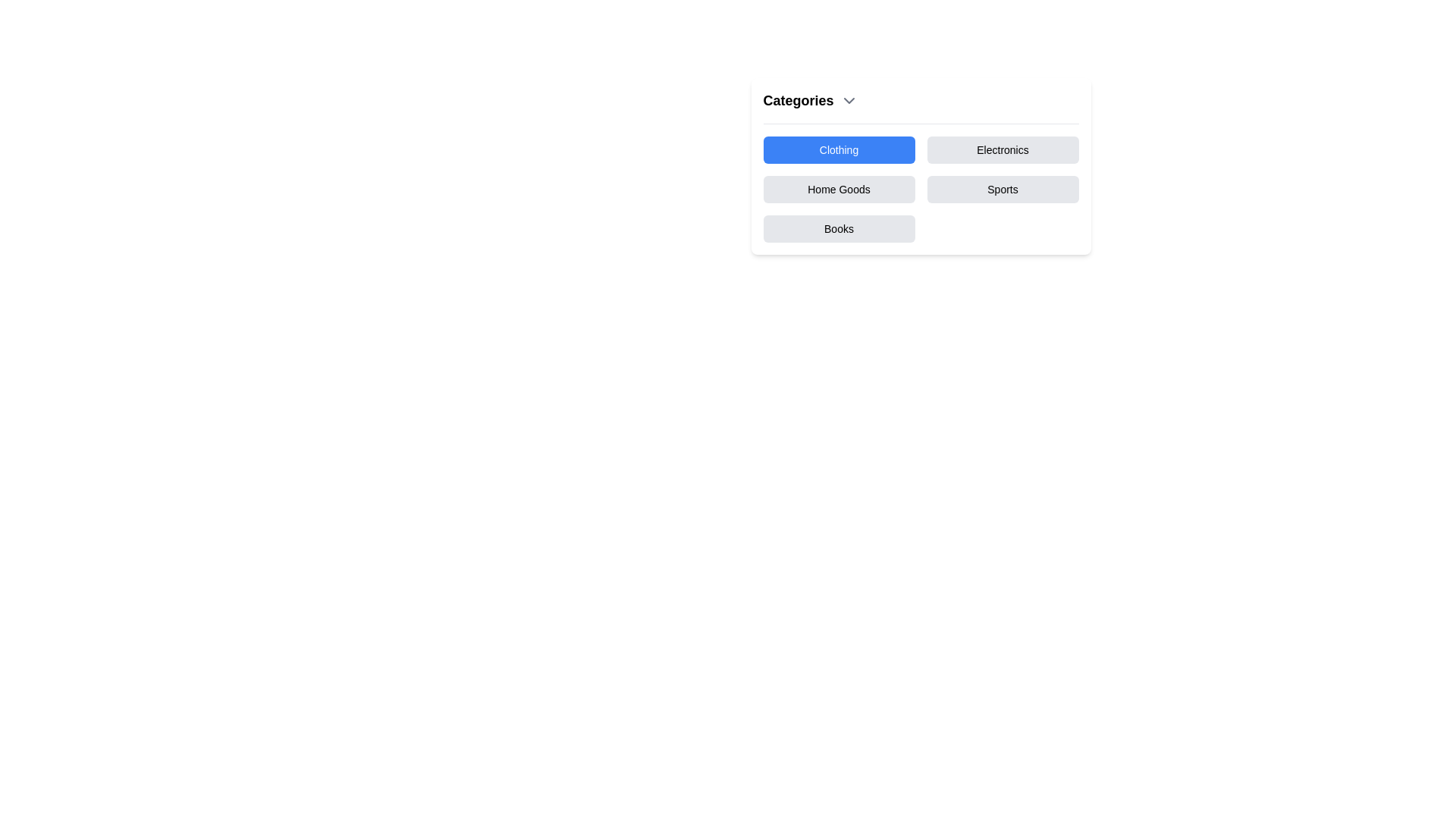 This screenshot has width=1456, height=819. What do you see at coordinates (1003, 189) in the screenshot?
I see `the 'Sports' button, which is a horizontally rectangular button with a light gray background and black text, located in the second row and second column of a 2x3 grid` at bounding box center [1003, 189].